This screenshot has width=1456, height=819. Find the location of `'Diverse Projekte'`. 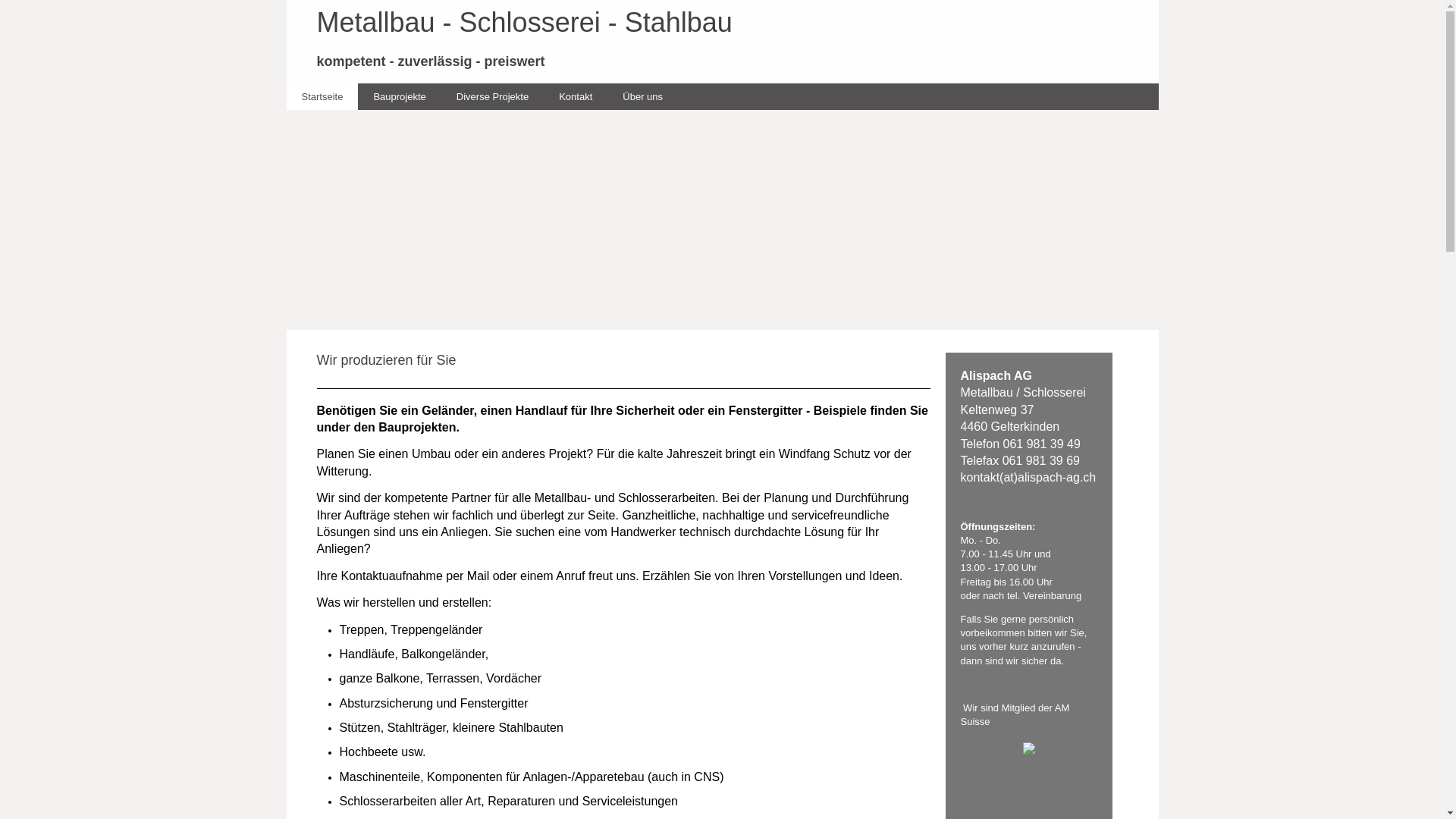

'Diverse Projekte' is located at coordinates (492, 96).